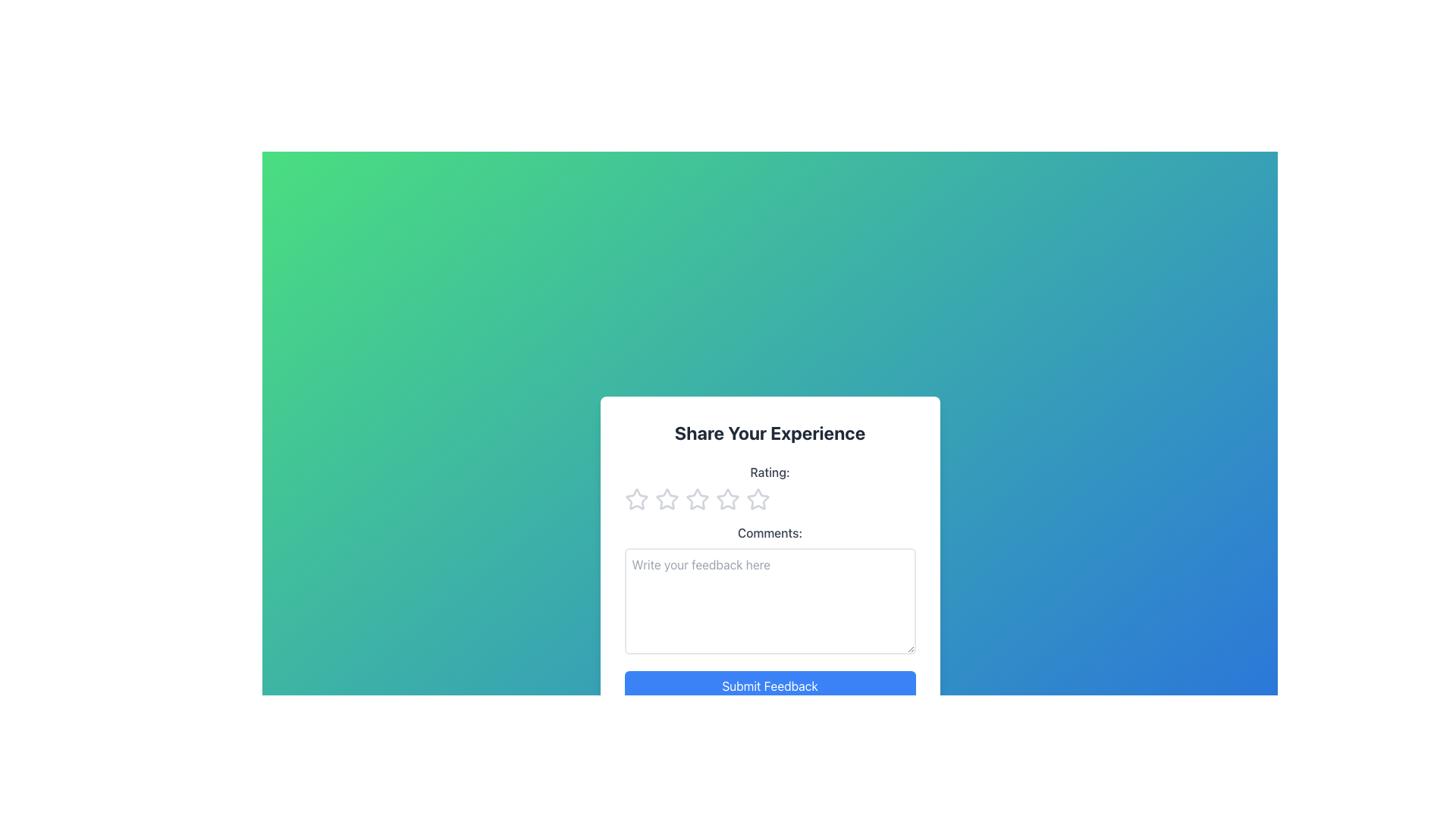  I want to click on text from the 'Rating:' text label, which is styled in medium font weight and gray color, located in the user feedback form section, so click(770, 472).